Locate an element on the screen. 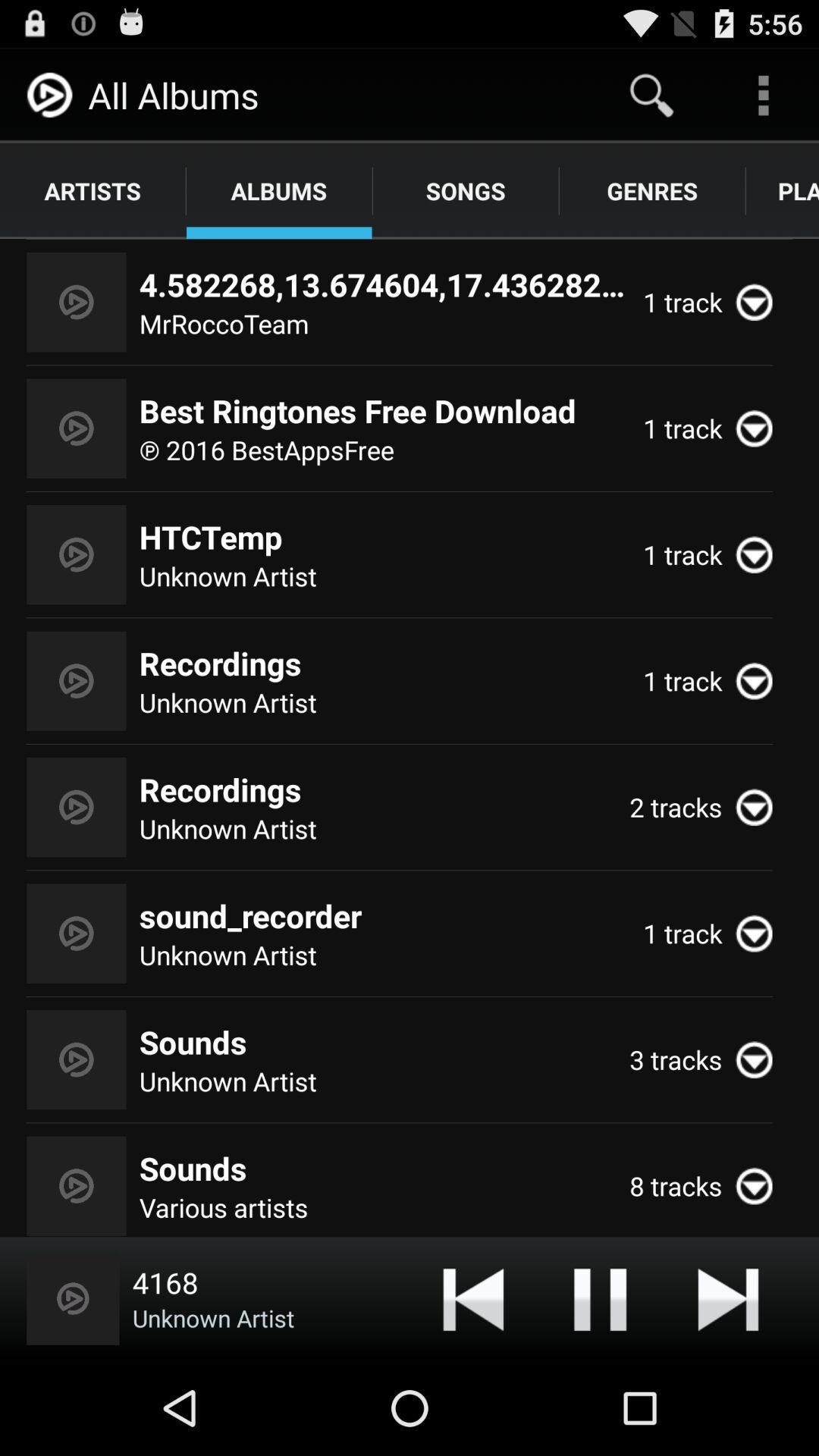 The height and width of the screenshot is (1456, 819). the expand_more icon is located at coordinates (761, 1134).